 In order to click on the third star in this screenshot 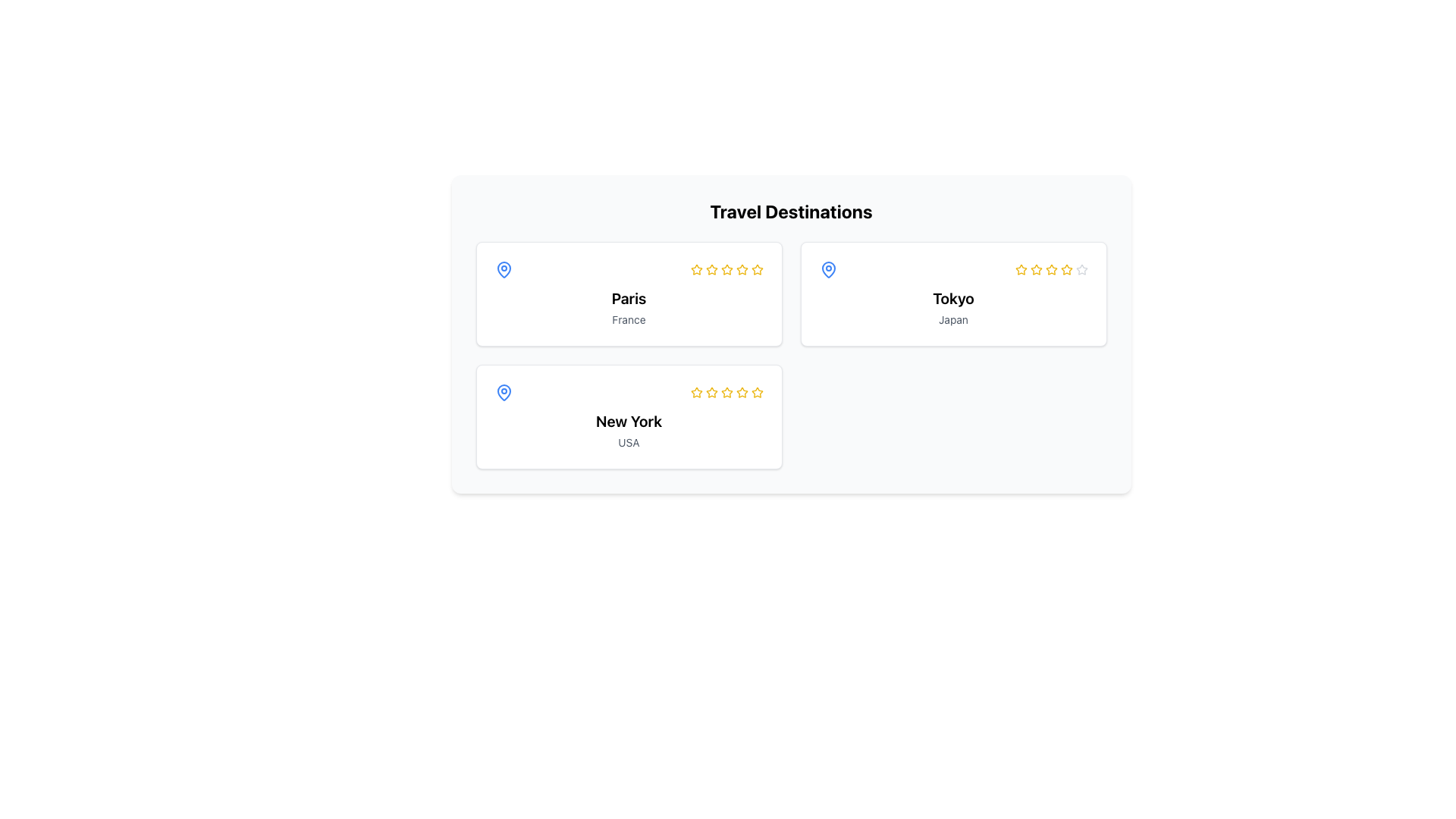, I will do `click(726, 268)`.